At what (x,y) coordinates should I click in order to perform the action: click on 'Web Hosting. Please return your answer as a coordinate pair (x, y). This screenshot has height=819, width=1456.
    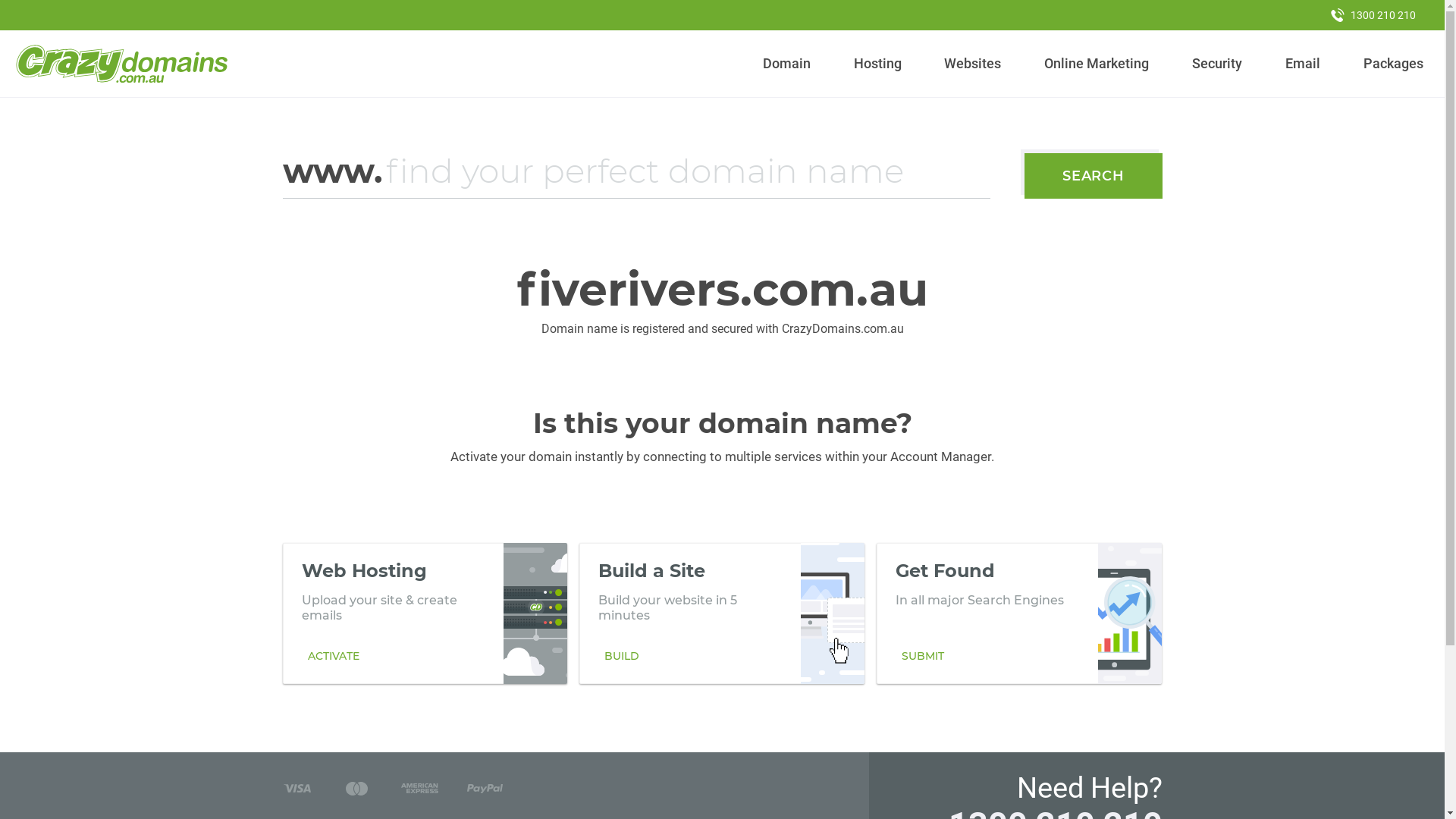
    Looking at the image, I should click on (425, 613).